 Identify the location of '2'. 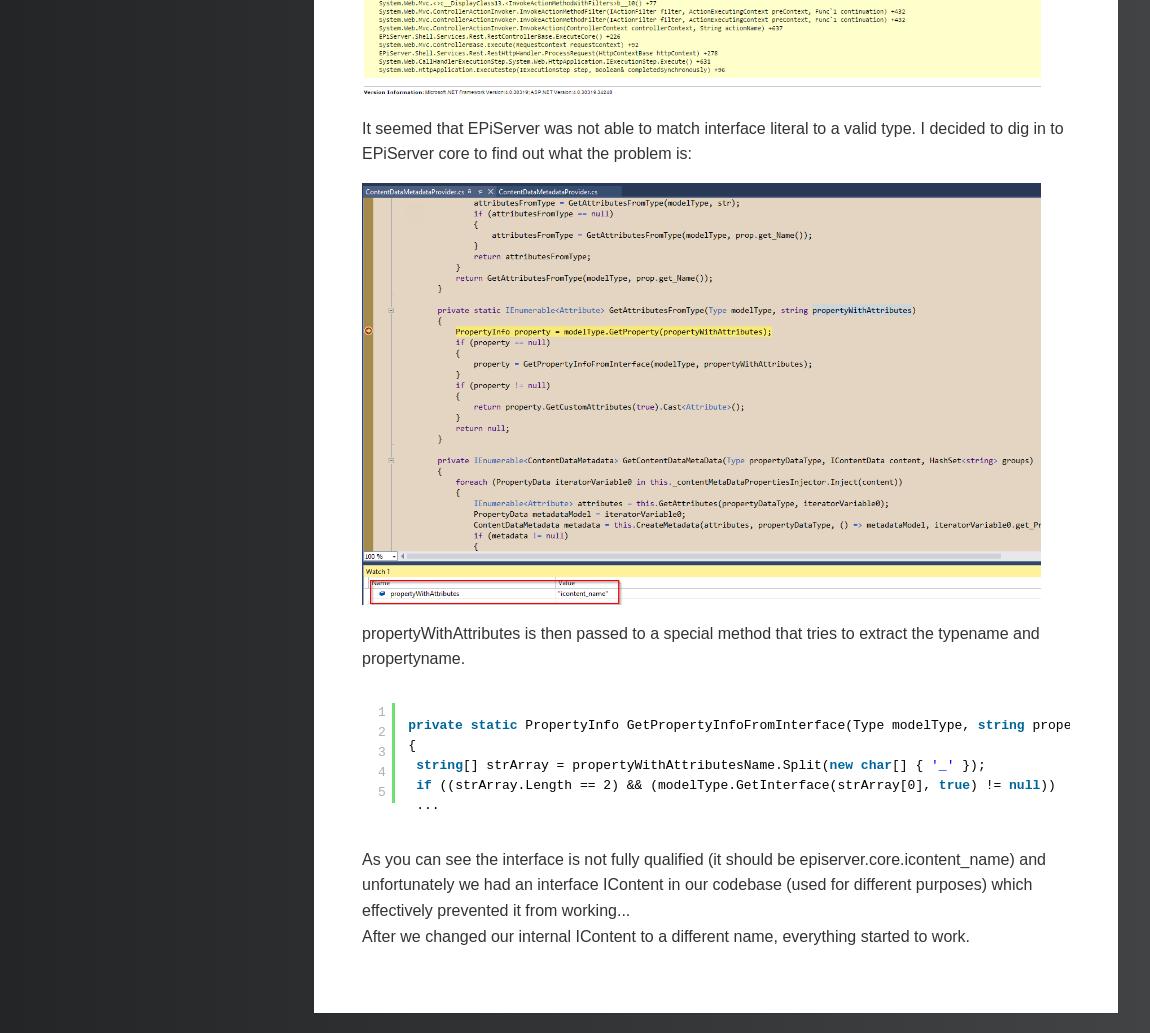
(381, 731).